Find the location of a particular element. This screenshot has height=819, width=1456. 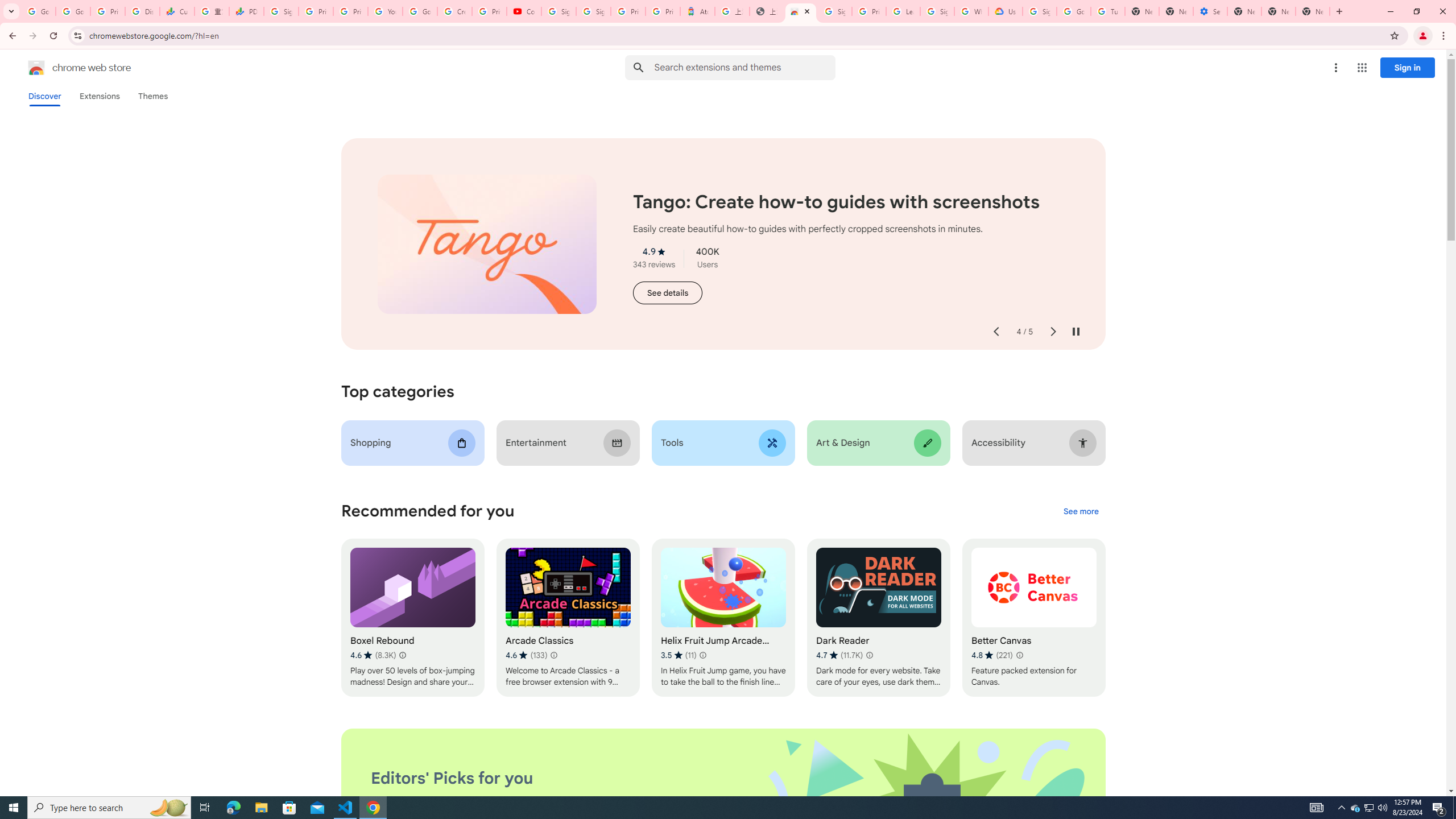

'New Tab' is located at coordinates (1243, 11).